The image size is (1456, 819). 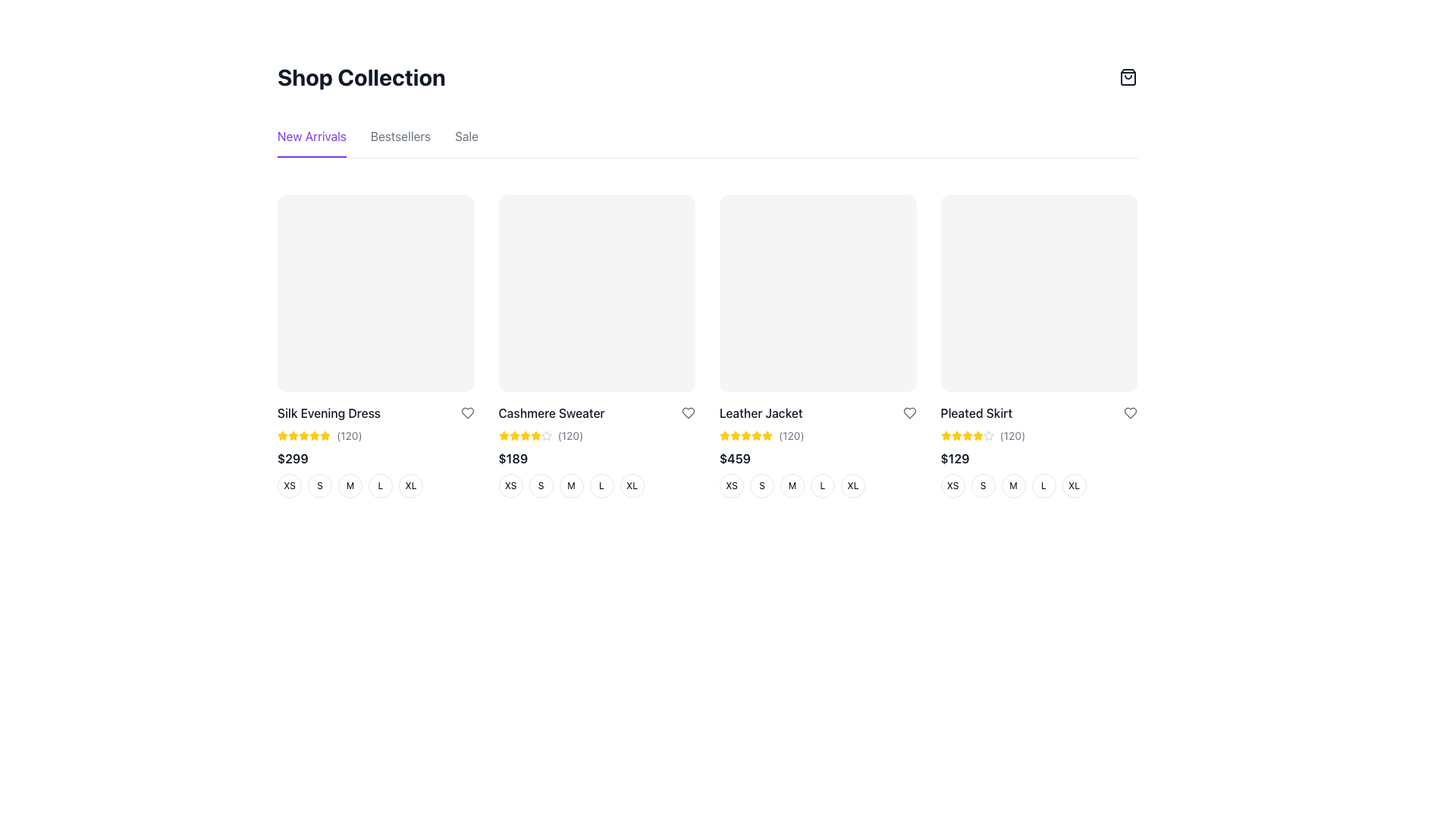 What do you see at coordinates (983, 485) in the screenshot?
I see `the 'S' size selection button located below the 'Pleated Skirt' item` at bounding box center [983, 485].